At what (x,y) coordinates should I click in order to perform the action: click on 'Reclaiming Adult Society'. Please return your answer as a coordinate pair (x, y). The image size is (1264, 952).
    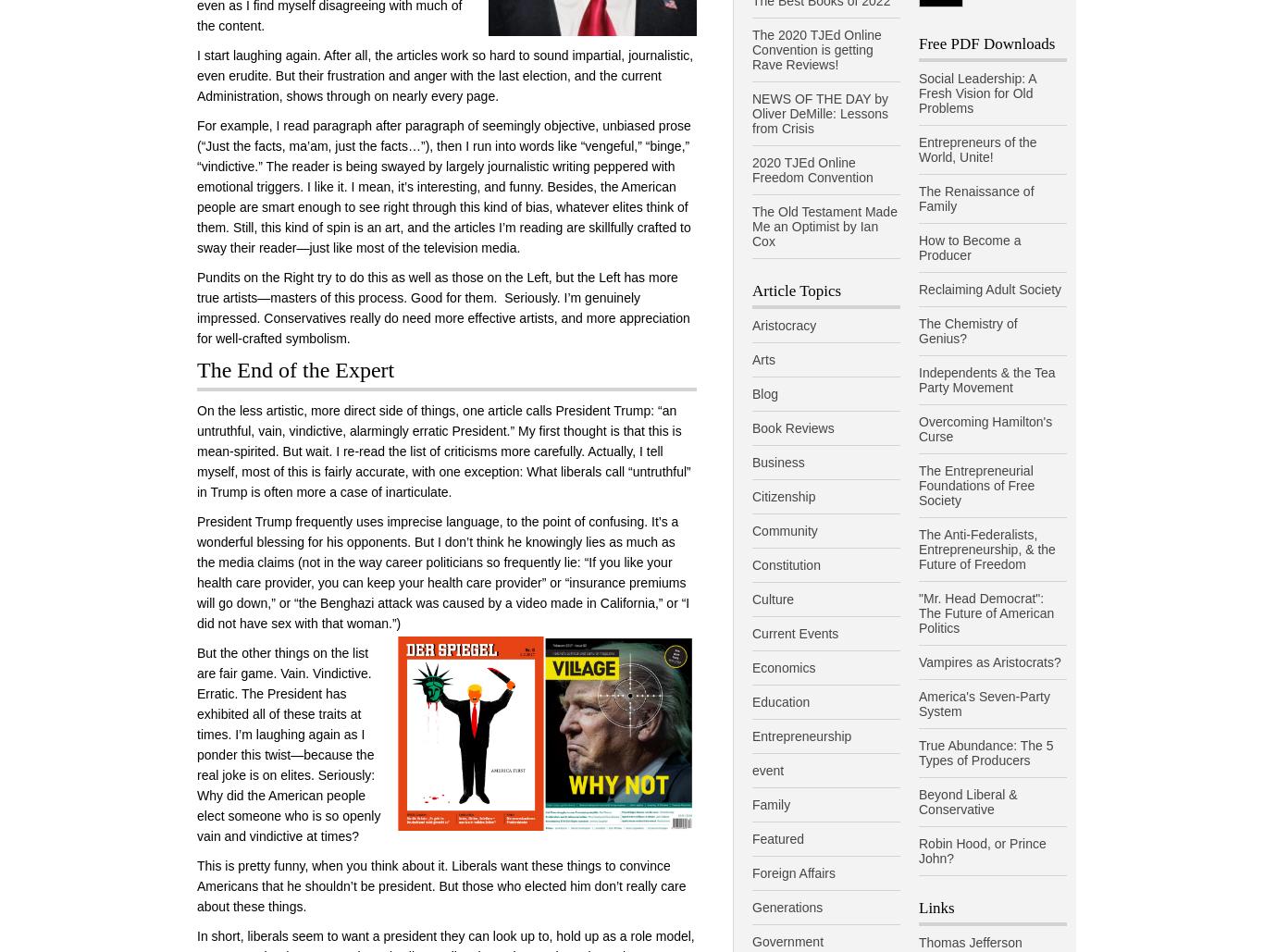
    Looking at the image, I should click on (918, 288).